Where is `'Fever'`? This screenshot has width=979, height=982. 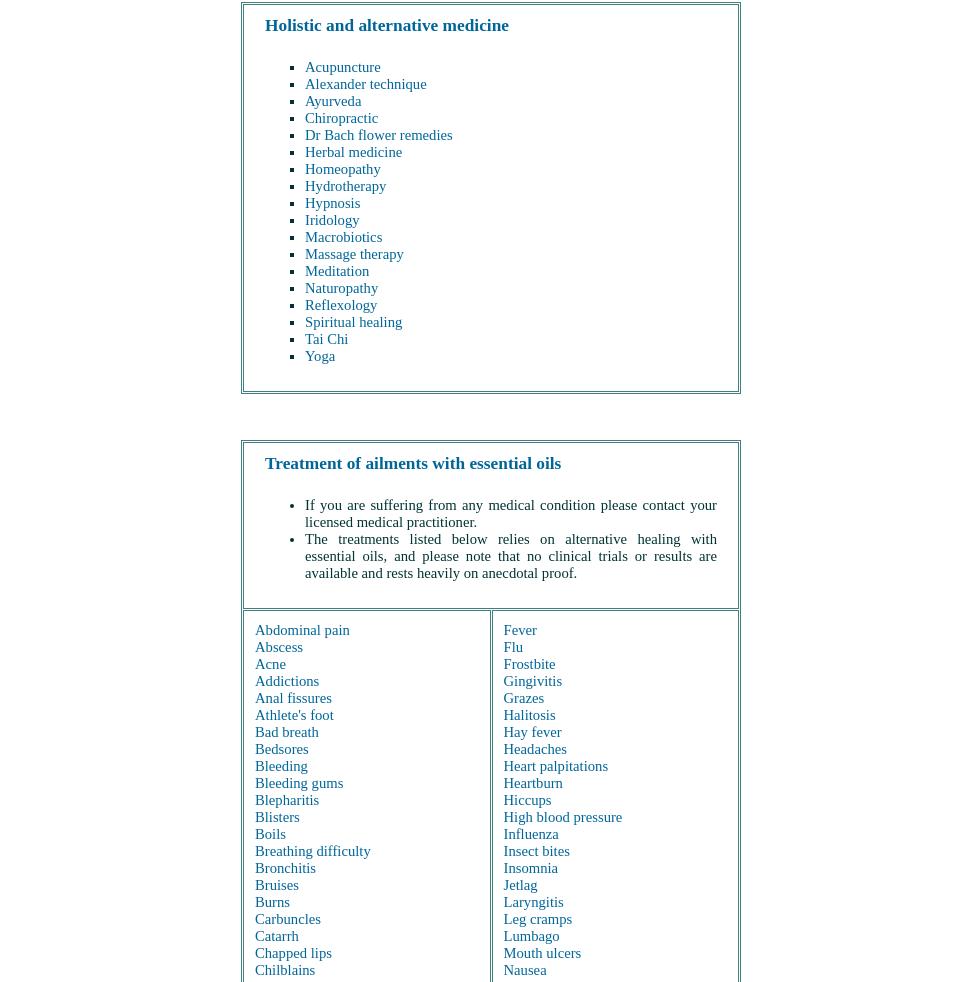 'Fever' is located at coordinates (502, 627).